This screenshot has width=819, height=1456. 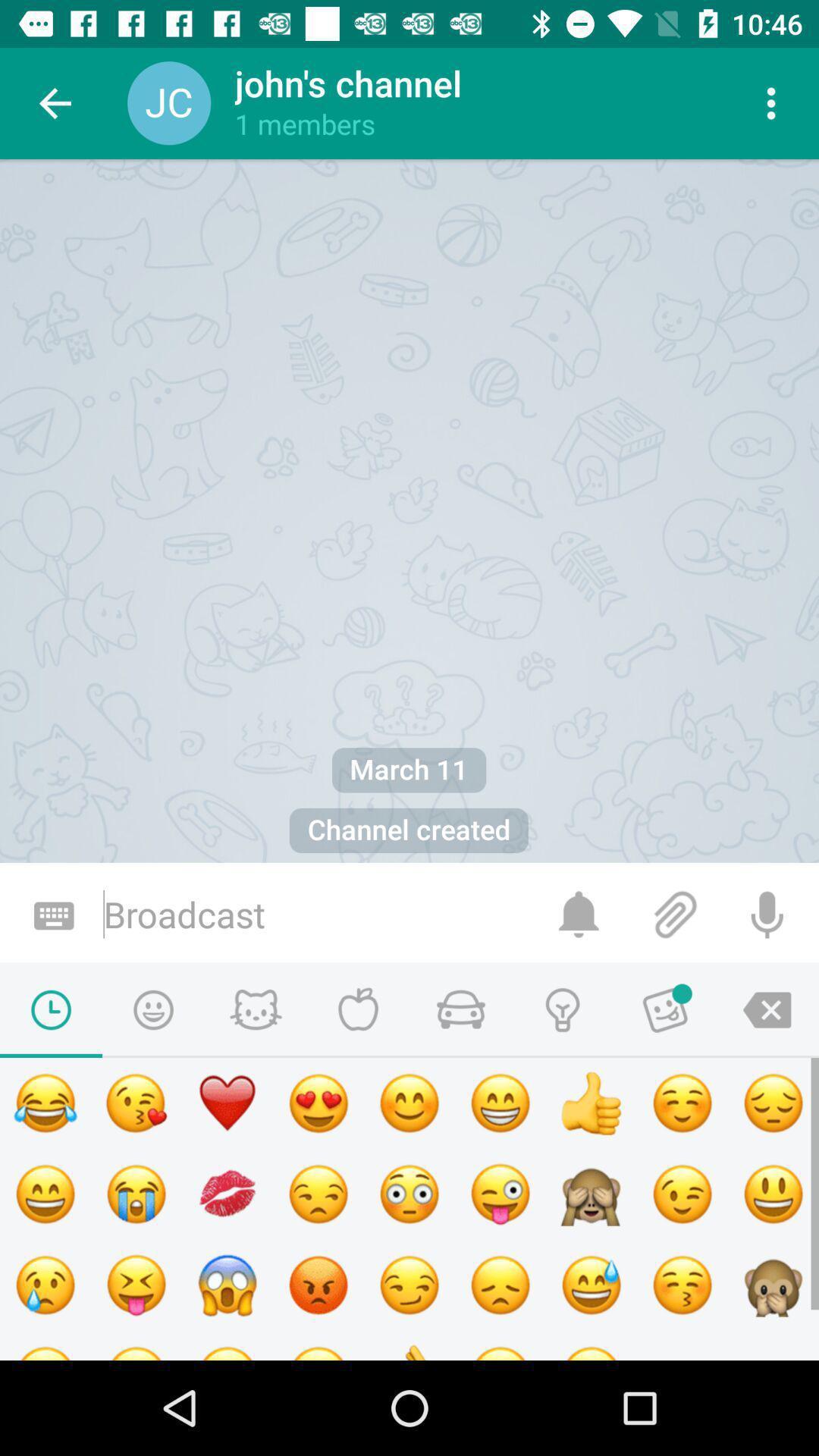 What do you see at coordinates (579, 913) in the screenshot?
I see `the notifications icon` at bounding box center [579, 913].